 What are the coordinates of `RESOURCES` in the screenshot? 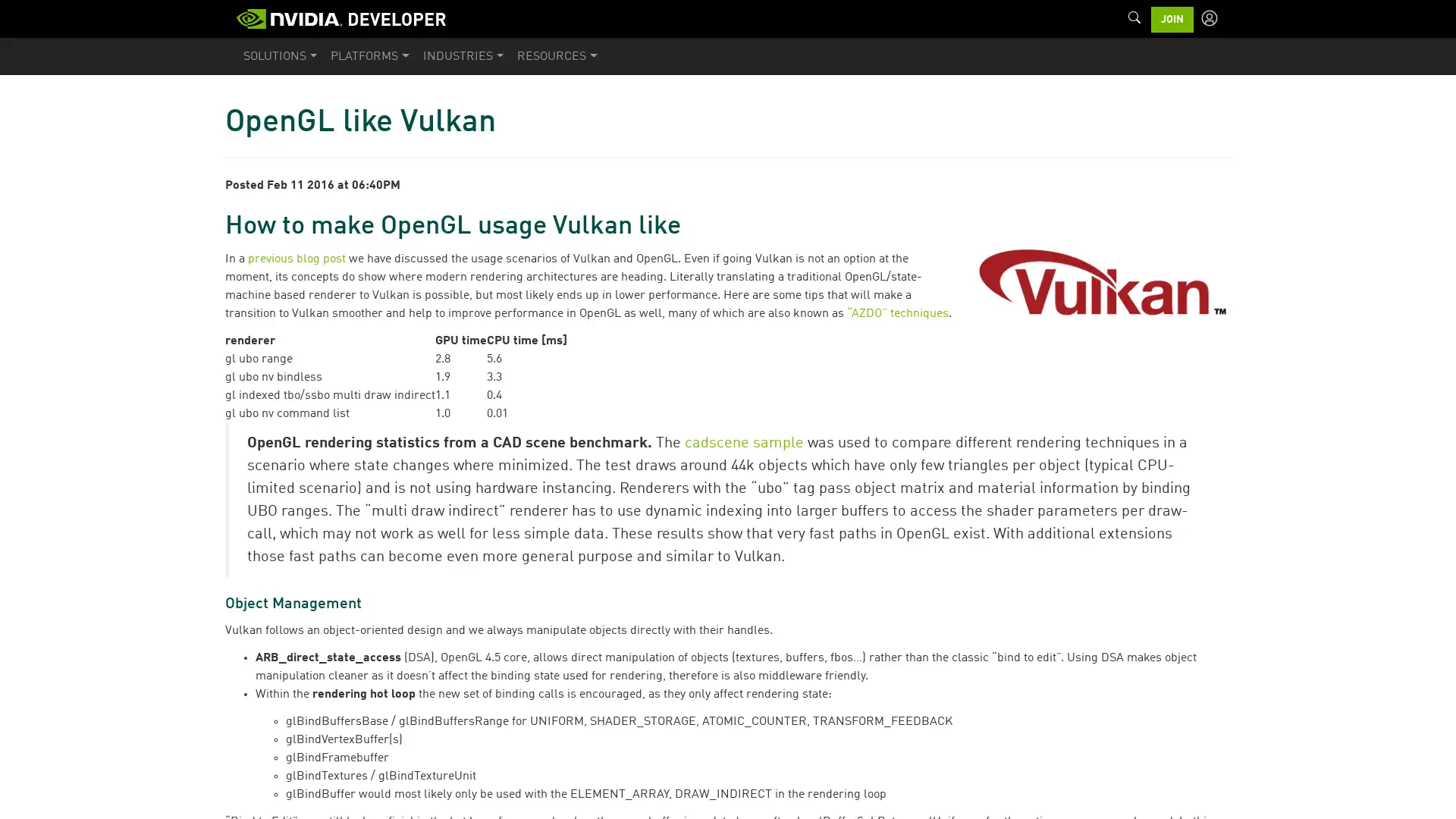 It's located at (556, 55).